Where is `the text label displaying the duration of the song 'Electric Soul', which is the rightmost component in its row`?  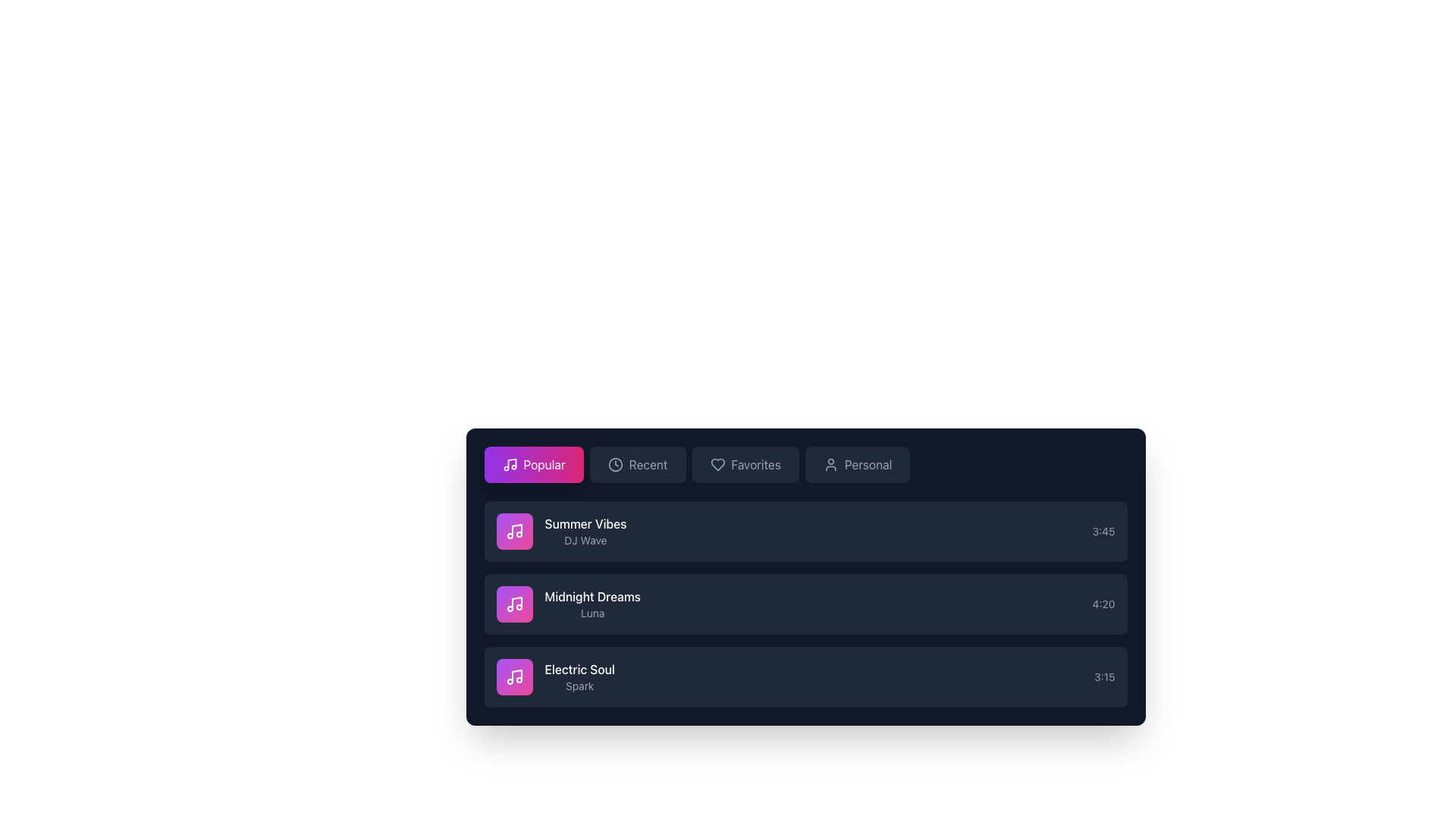
the text label displaying the duration of the song 'Electric Soul', which is the rightmost component in its row is located at coordinates (1104, 676).